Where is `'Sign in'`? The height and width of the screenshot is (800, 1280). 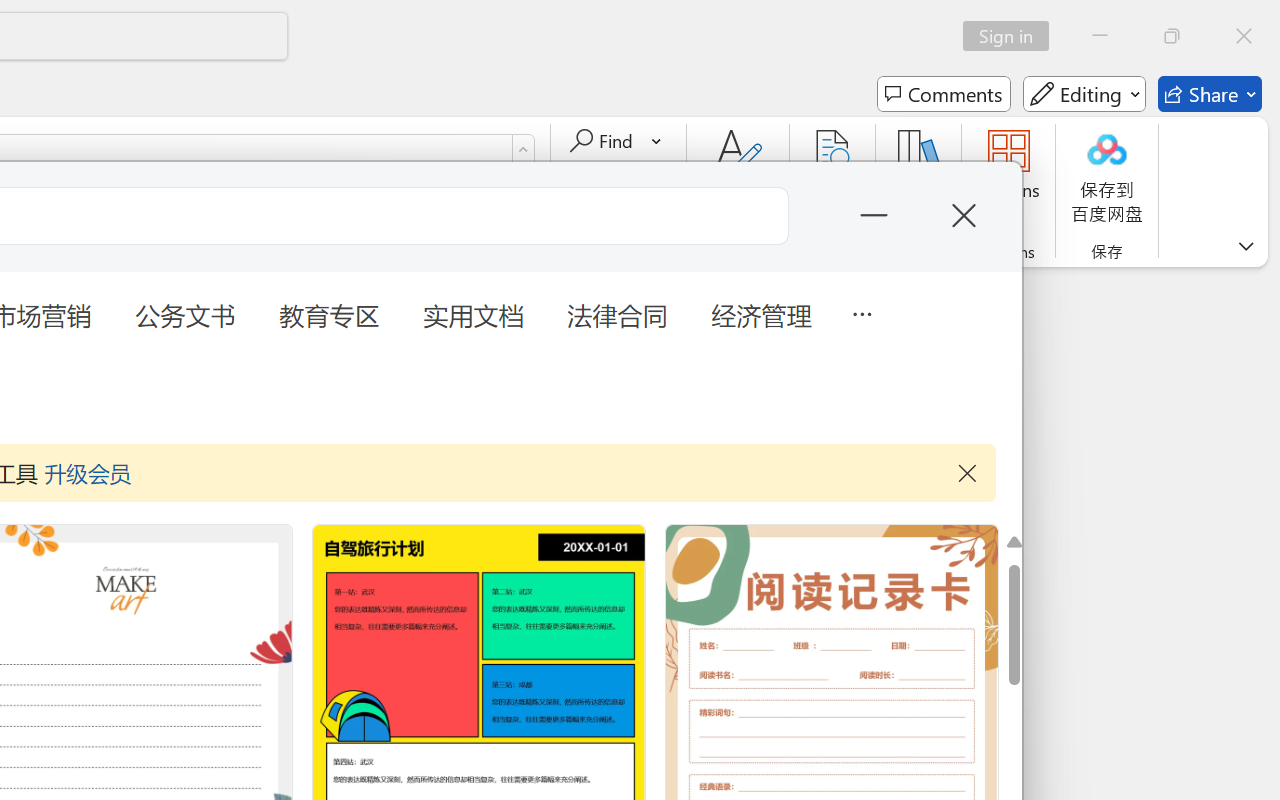
'Sign in' is located at coordinates (1013, 35).